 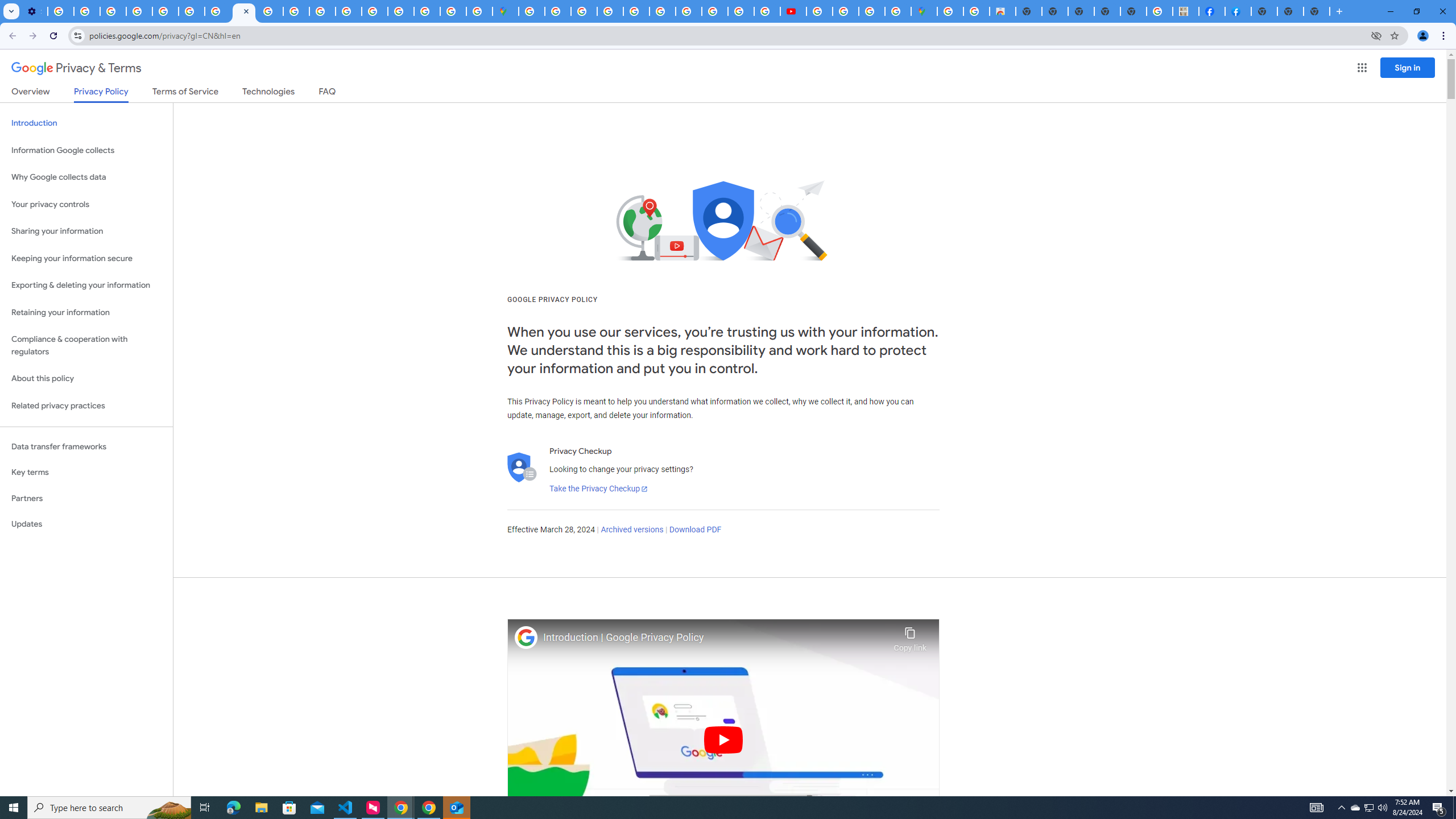 What do you see at coordinates (86, 346) in the screenshot?
I see `'Compliance & cooperation with regulators'` at bounding box center [86, 346].